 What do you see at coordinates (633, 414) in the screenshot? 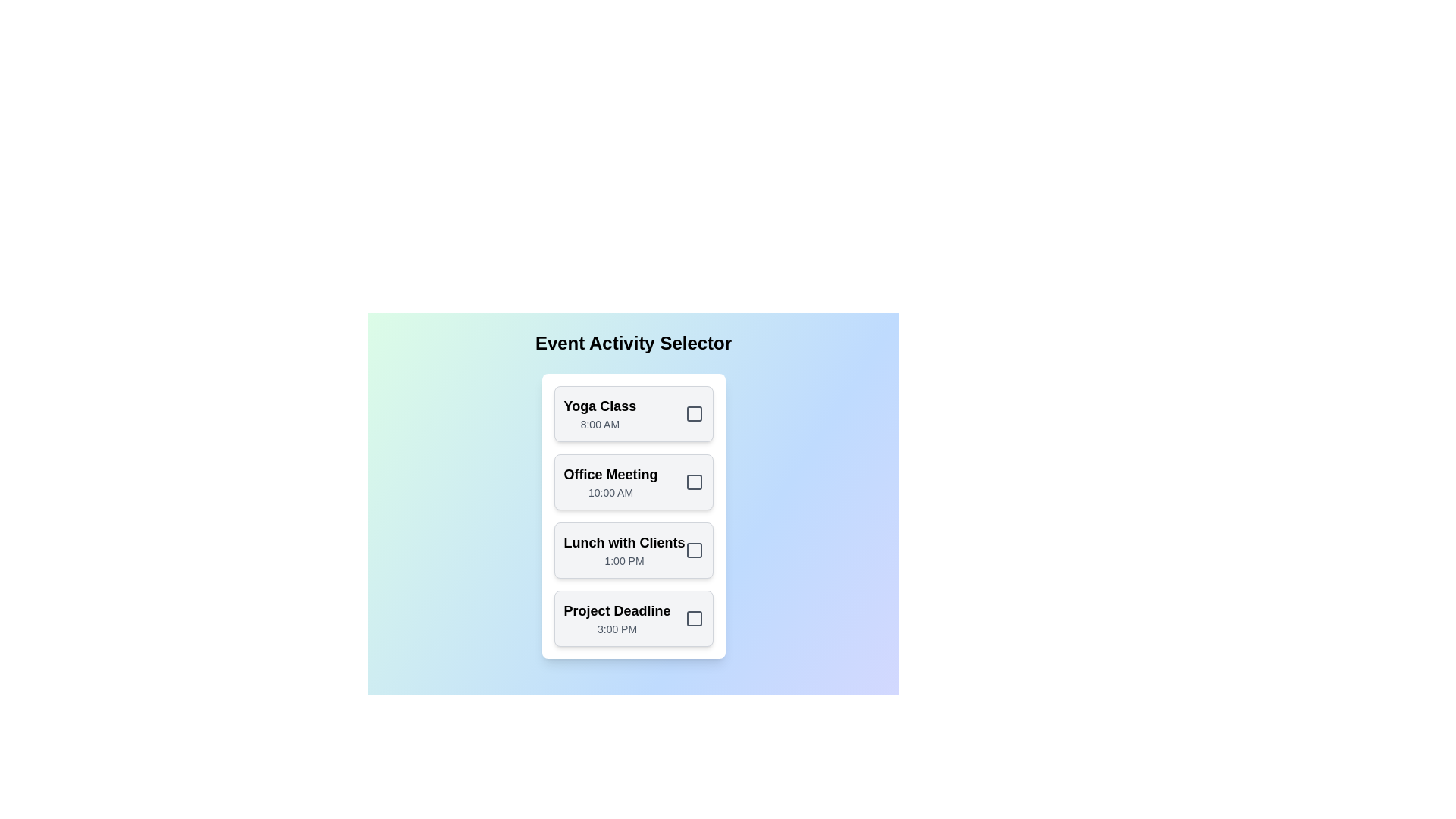
I see `the activity card for Yoga Class` at bounding box center [633, 414].